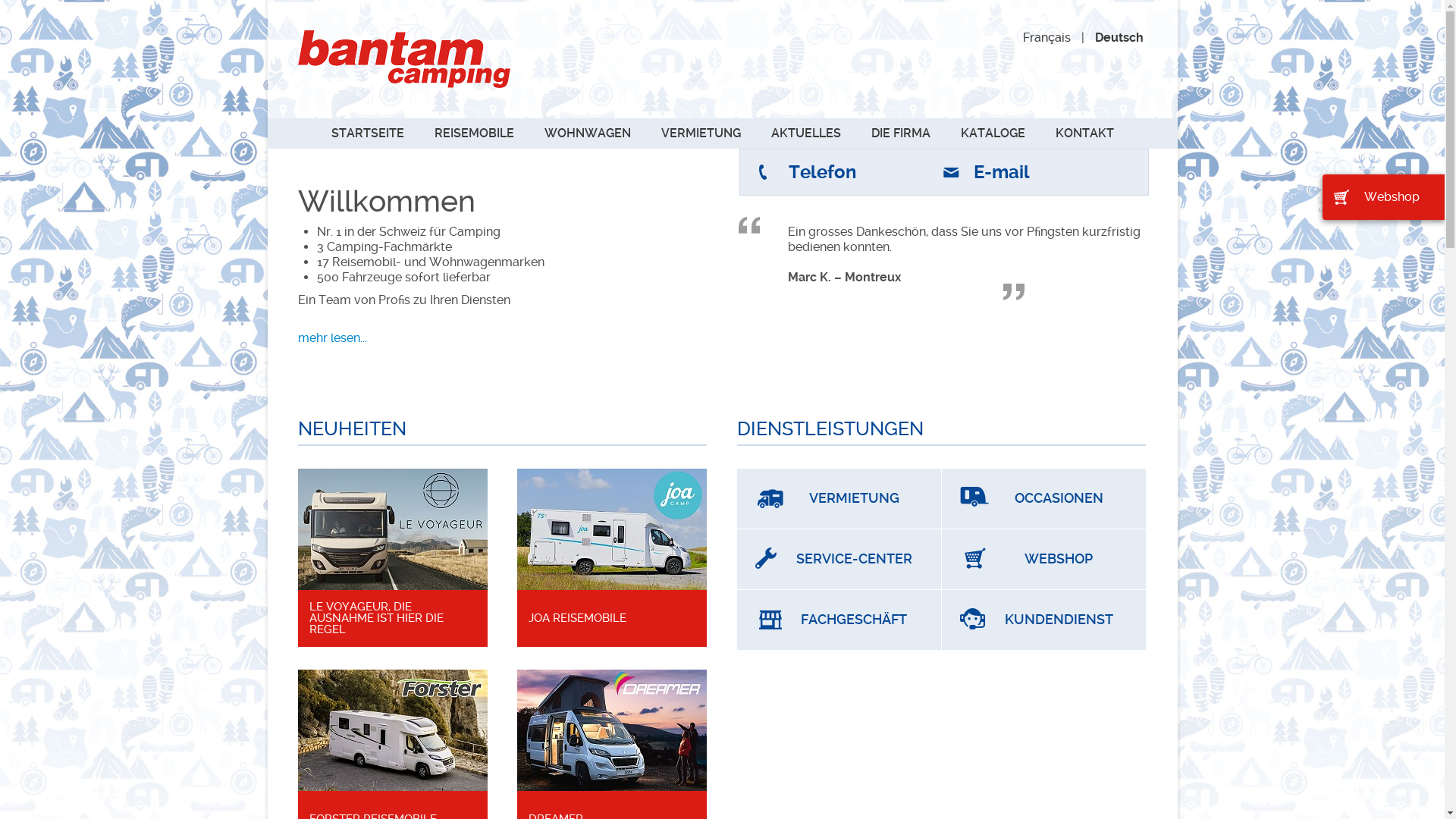 The image size is (1456, 819). I want to click on 'WOHNWAGEN', so click(586, 133).